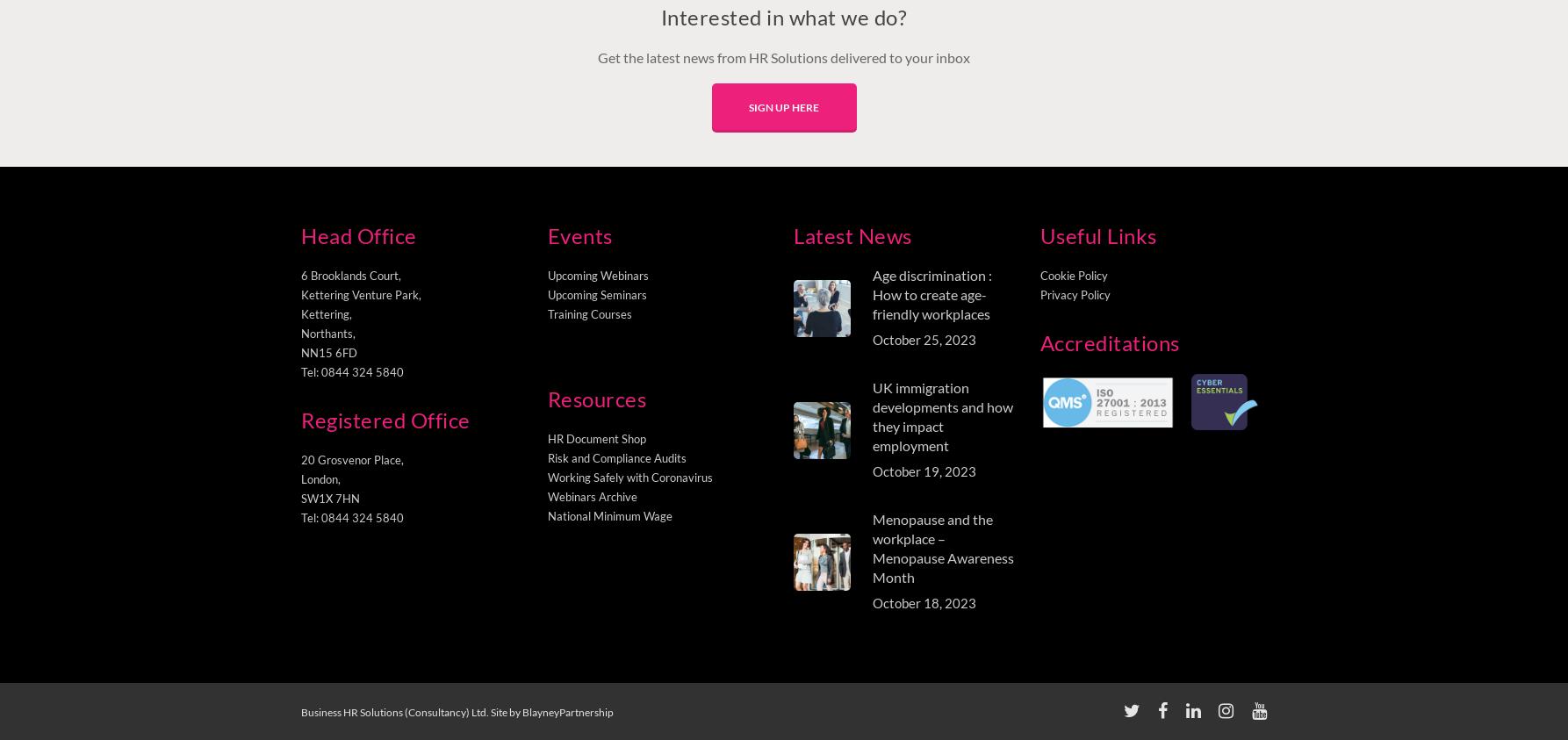 Image resolution: width=1568 pixels, height=740 pixels. What do you see at coordinates (873, 471) in the screenshot?
I see `'October 19, 2023'` at bounding box center [873, 471].